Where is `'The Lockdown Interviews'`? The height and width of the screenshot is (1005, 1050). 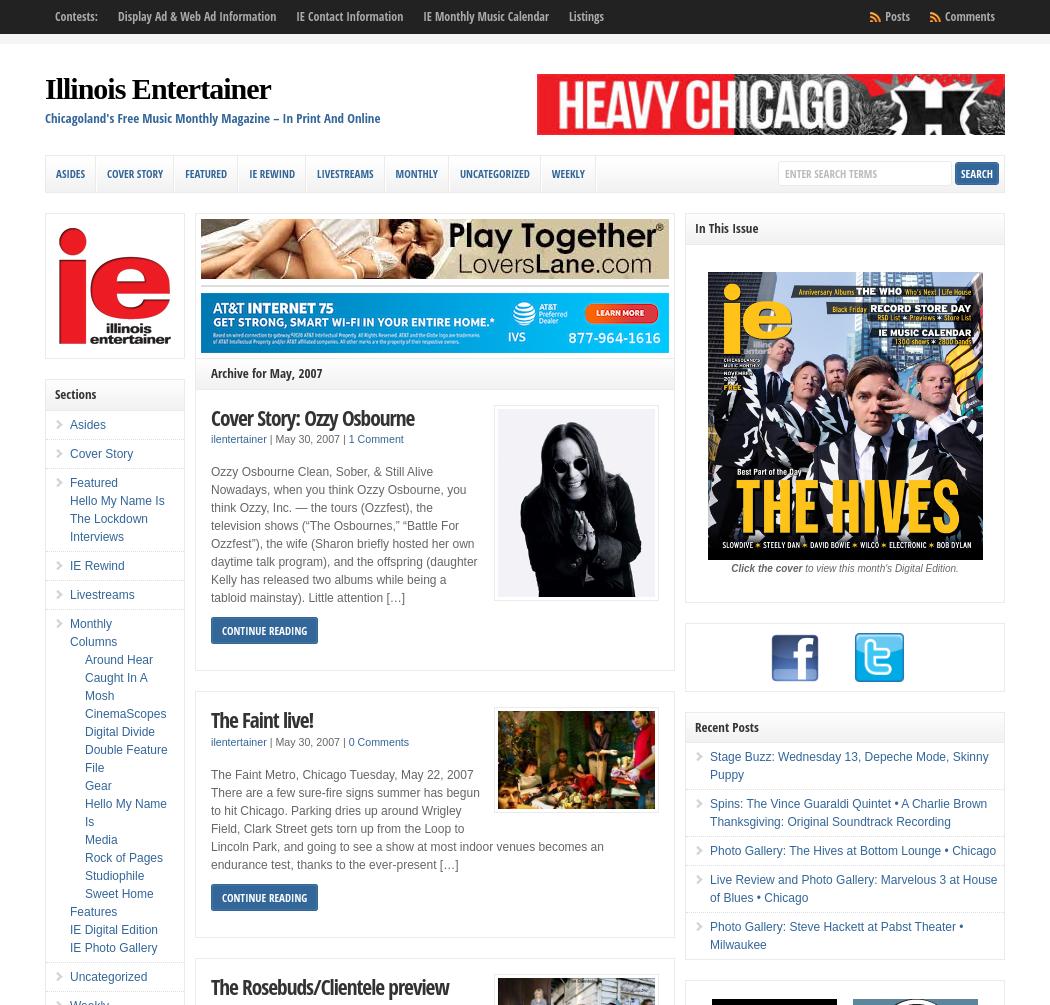
'The Lockdown Interviews' is located at coordinates (108, 526).